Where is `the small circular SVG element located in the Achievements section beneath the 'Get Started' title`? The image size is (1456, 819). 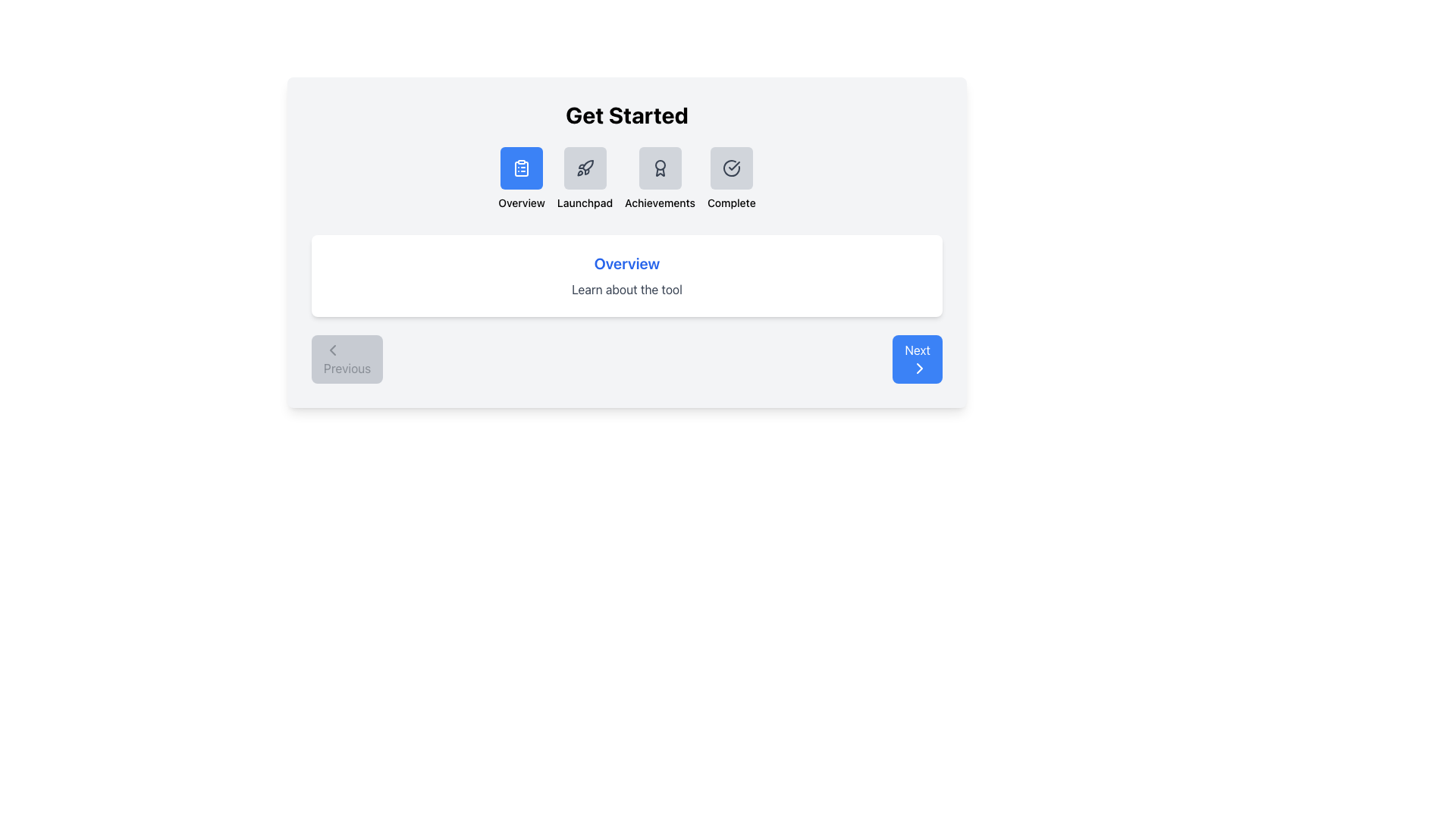 the small circular SVG element located in the Achievements section beneath the 'Get Started' title is located at coordinates (660, 165).